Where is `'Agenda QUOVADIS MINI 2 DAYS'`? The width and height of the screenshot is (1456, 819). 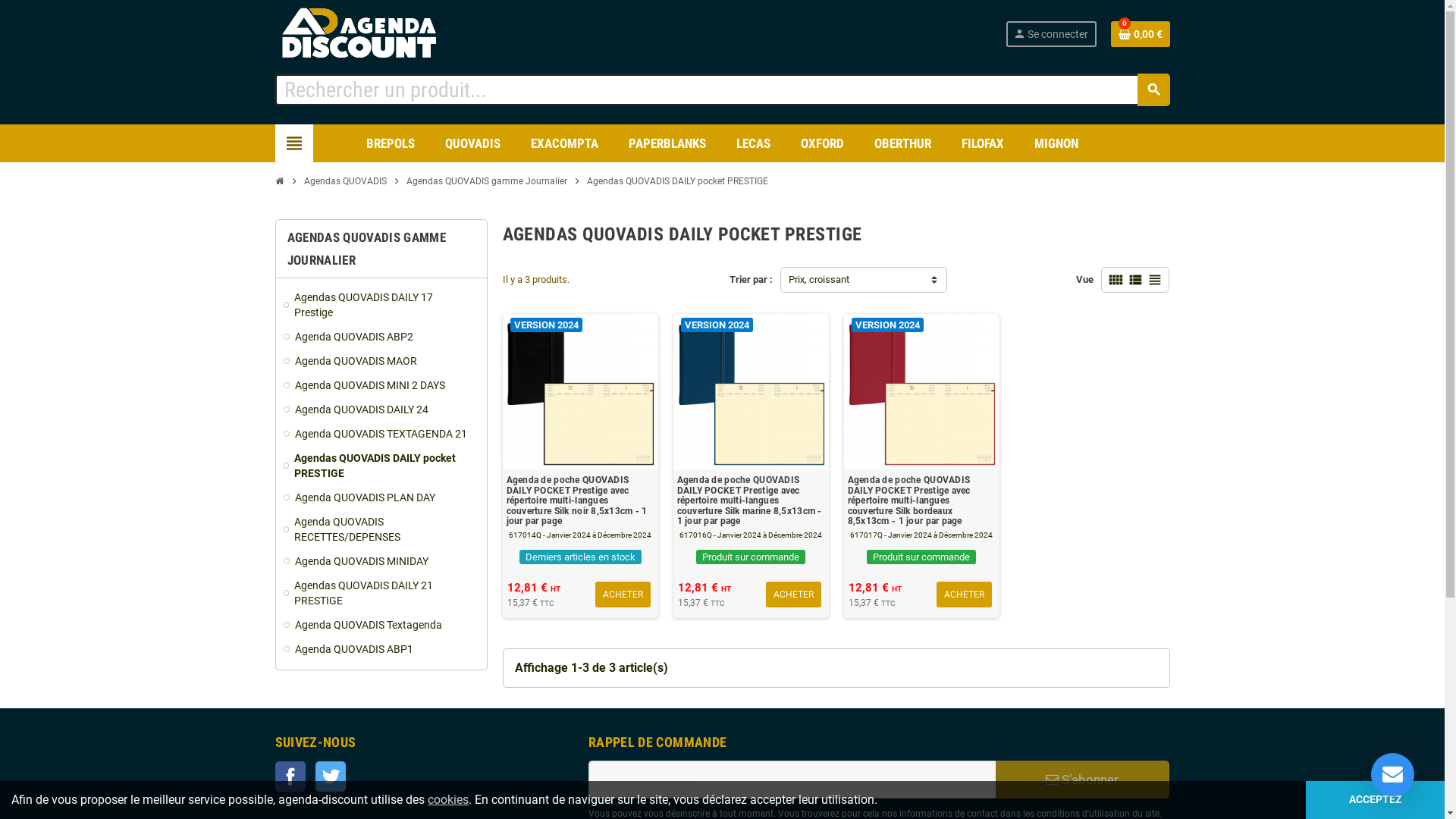 'Agenda QUOVADIS MINI 2 DAYS' is located at coordinates (381, 384).